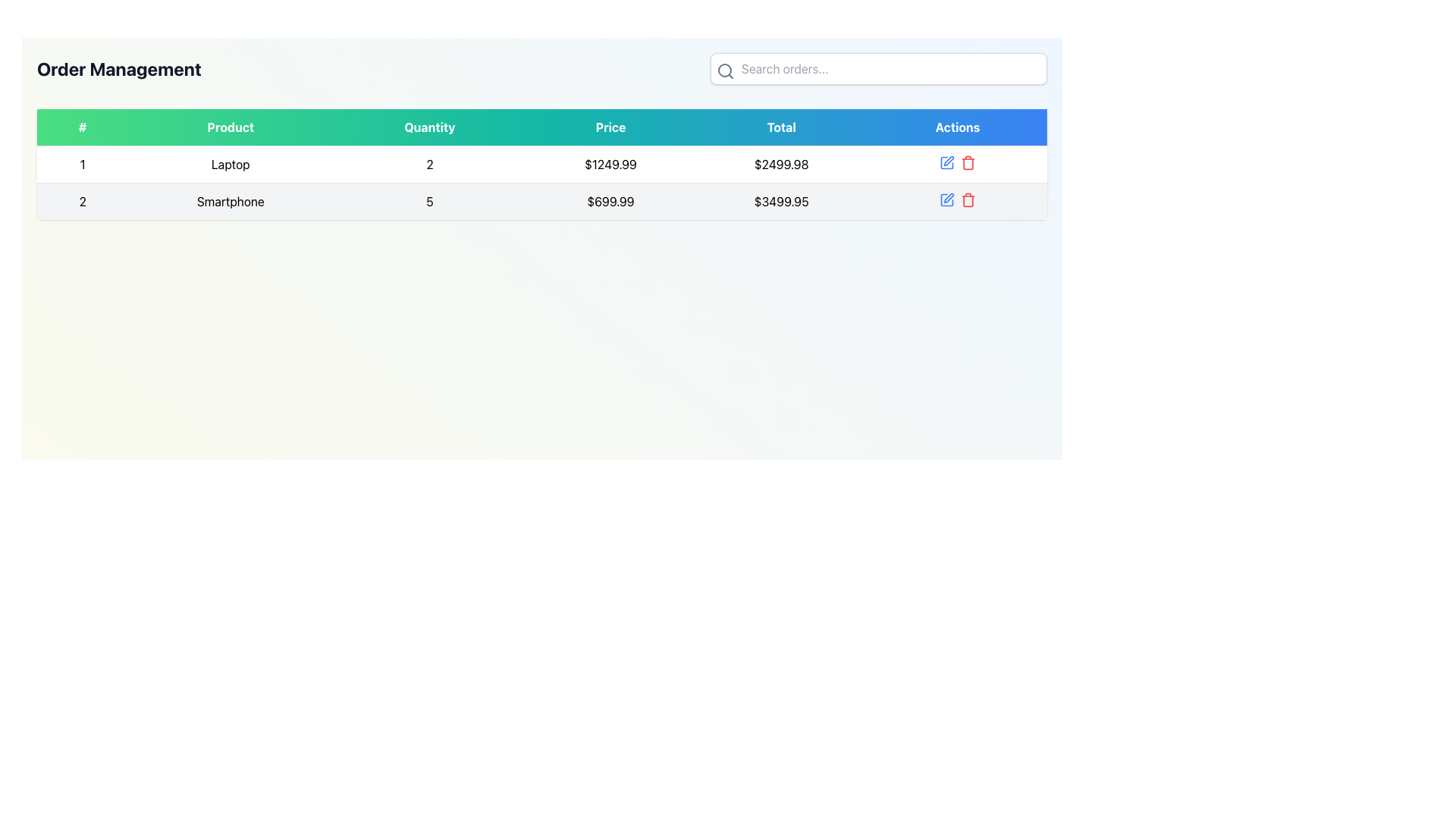 The image size is (1456, 819). What do you see at coordinates (82, 164) in the screenshot?
I see `the black numerical text '1' located in the first cell of the first row under the '#' column of the table` at bounding box center [82, 164].